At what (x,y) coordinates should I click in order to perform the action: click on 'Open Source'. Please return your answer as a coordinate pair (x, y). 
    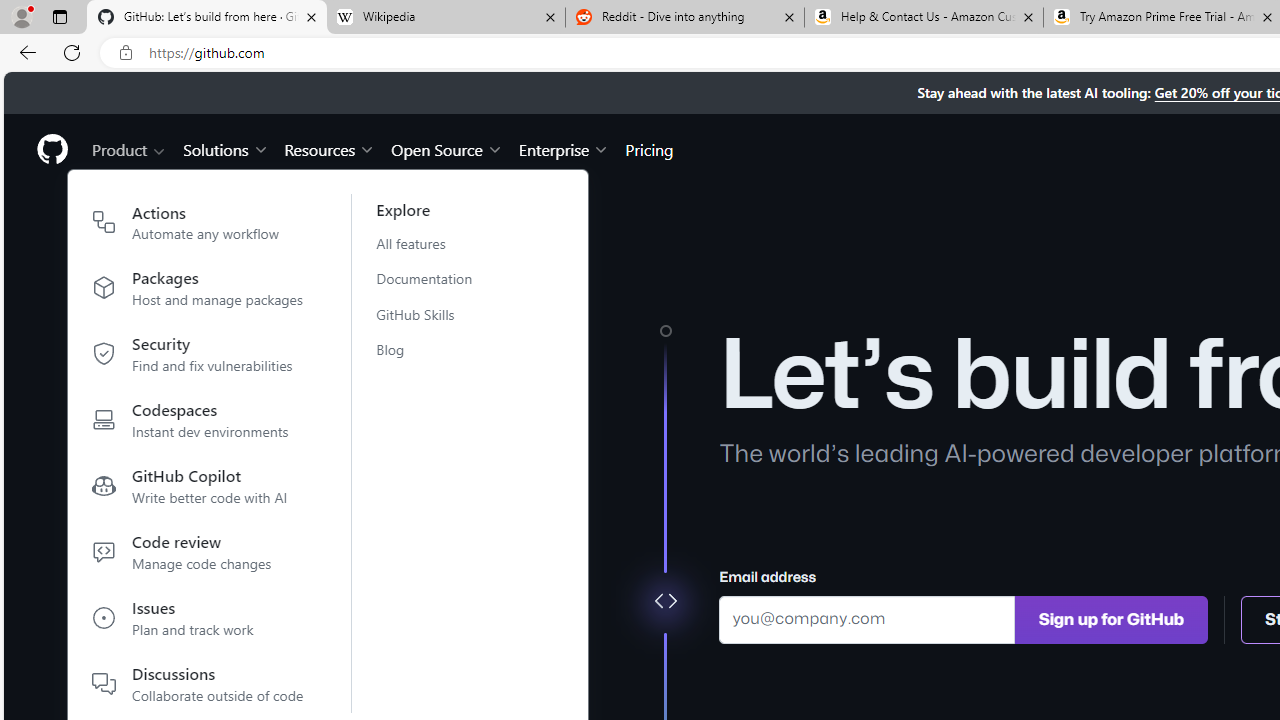
    Looking at the image, I should click on (445, 148).